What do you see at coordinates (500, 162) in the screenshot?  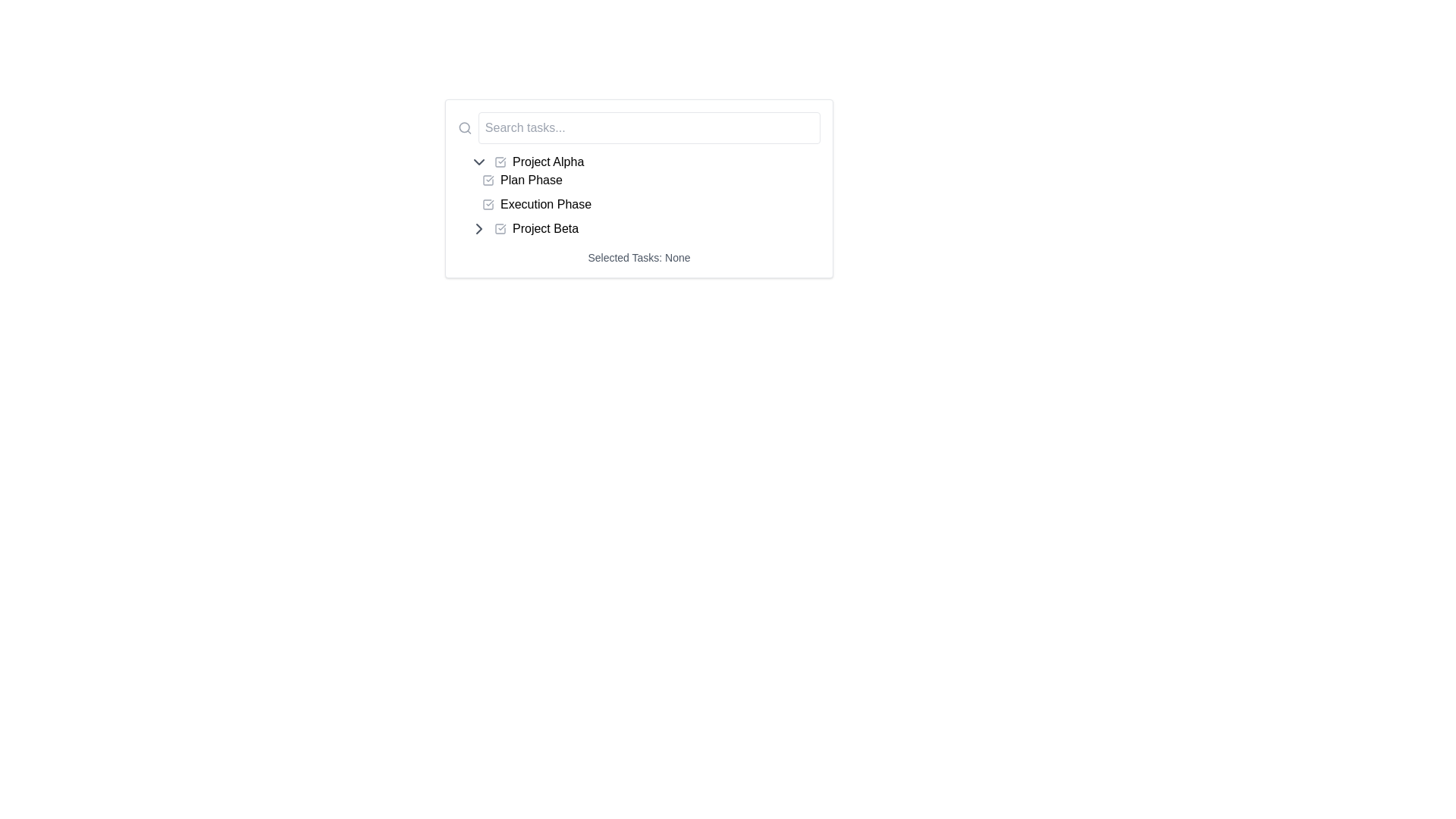 I see `properties of the rectangle-like shape that is part of the icon set, which resembles a geometric pattern` at bounding box center [500, 162].